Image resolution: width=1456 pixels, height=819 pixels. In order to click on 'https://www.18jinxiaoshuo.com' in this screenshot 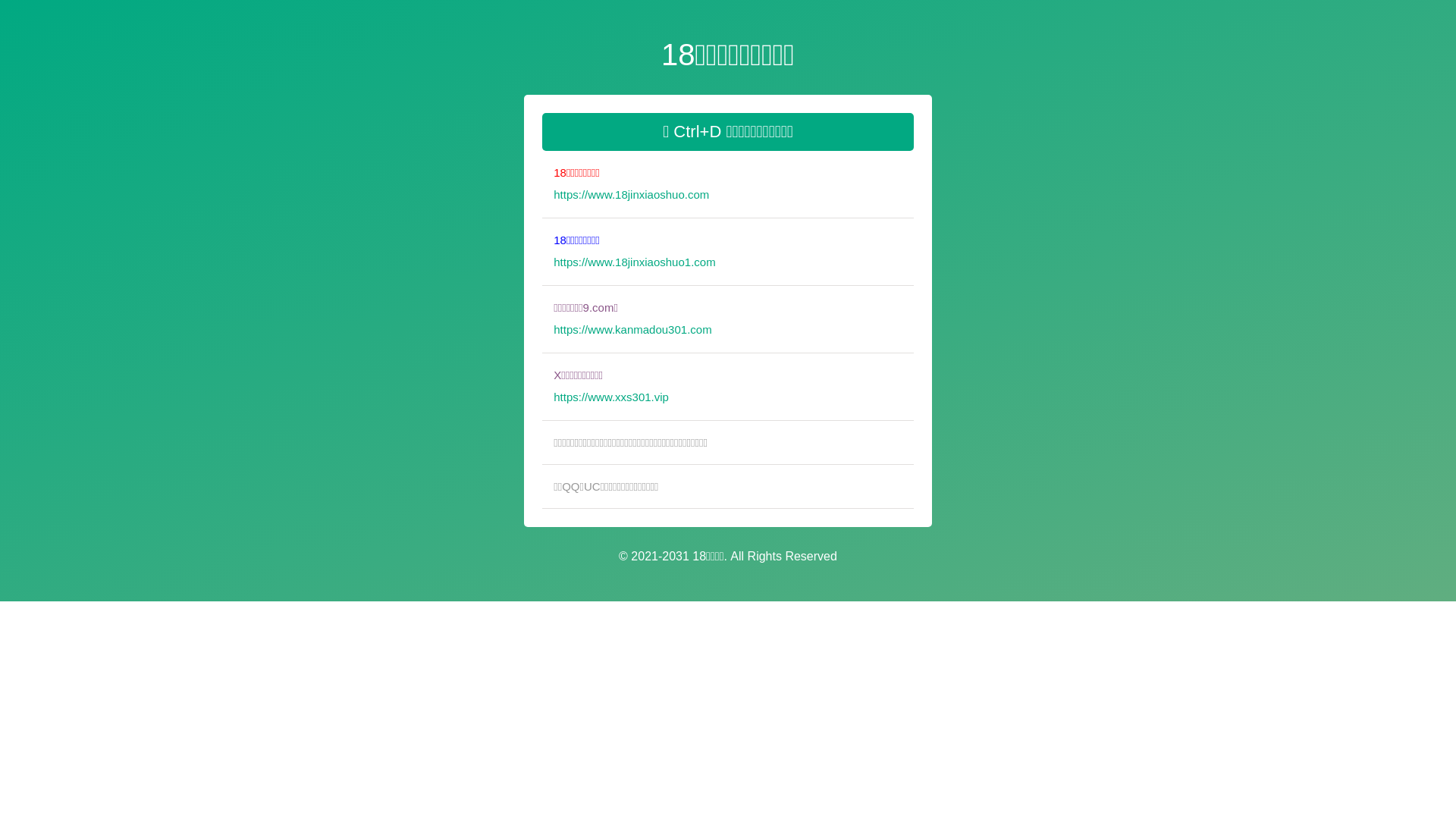, I will do `click(552, 202)`.